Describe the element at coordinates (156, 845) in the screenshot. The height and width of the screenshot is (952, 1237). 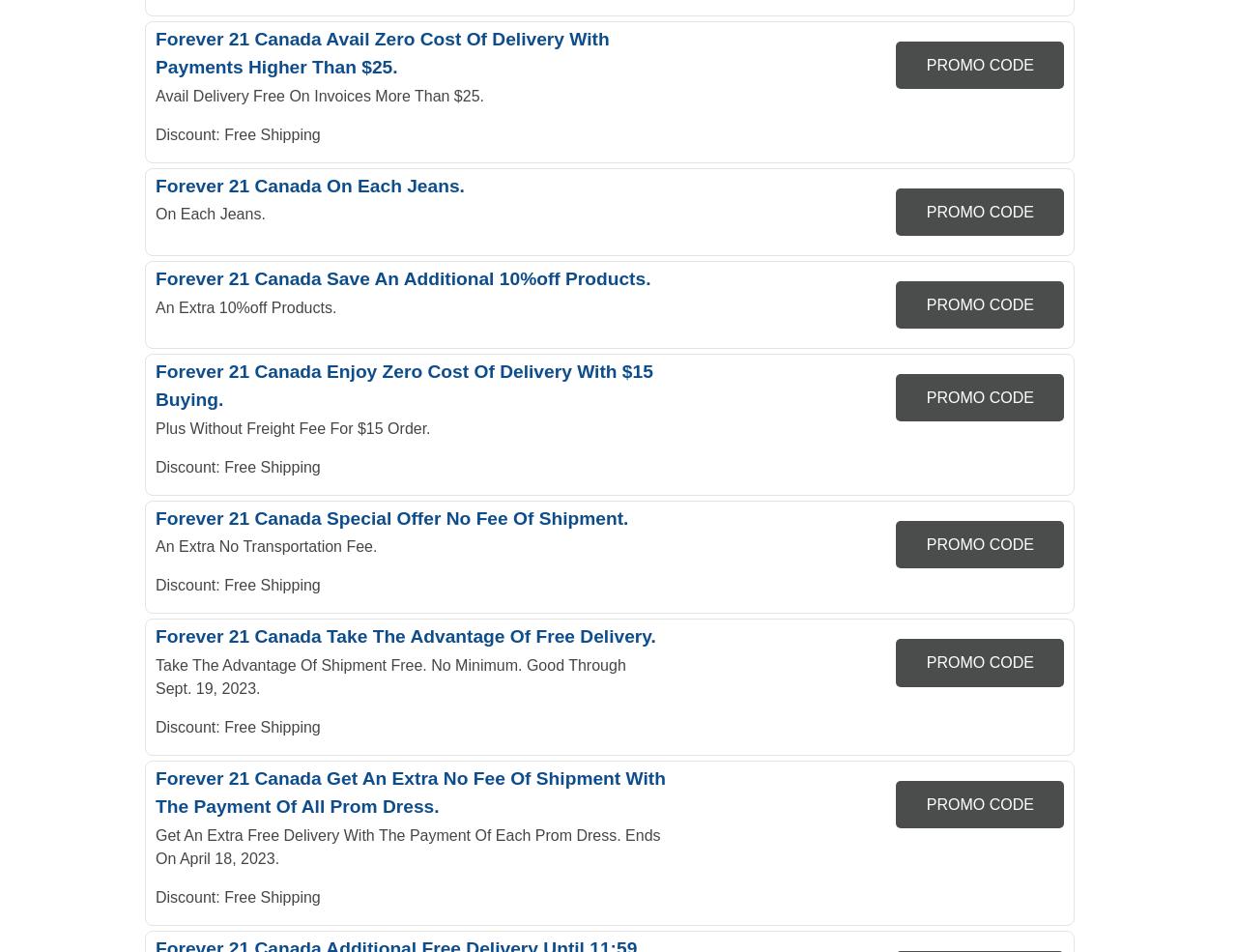
I see `'Get An Extra Free Delivery With The Payment Of Each Prom Dress. Ends On April 18, 2023.'` at that location.